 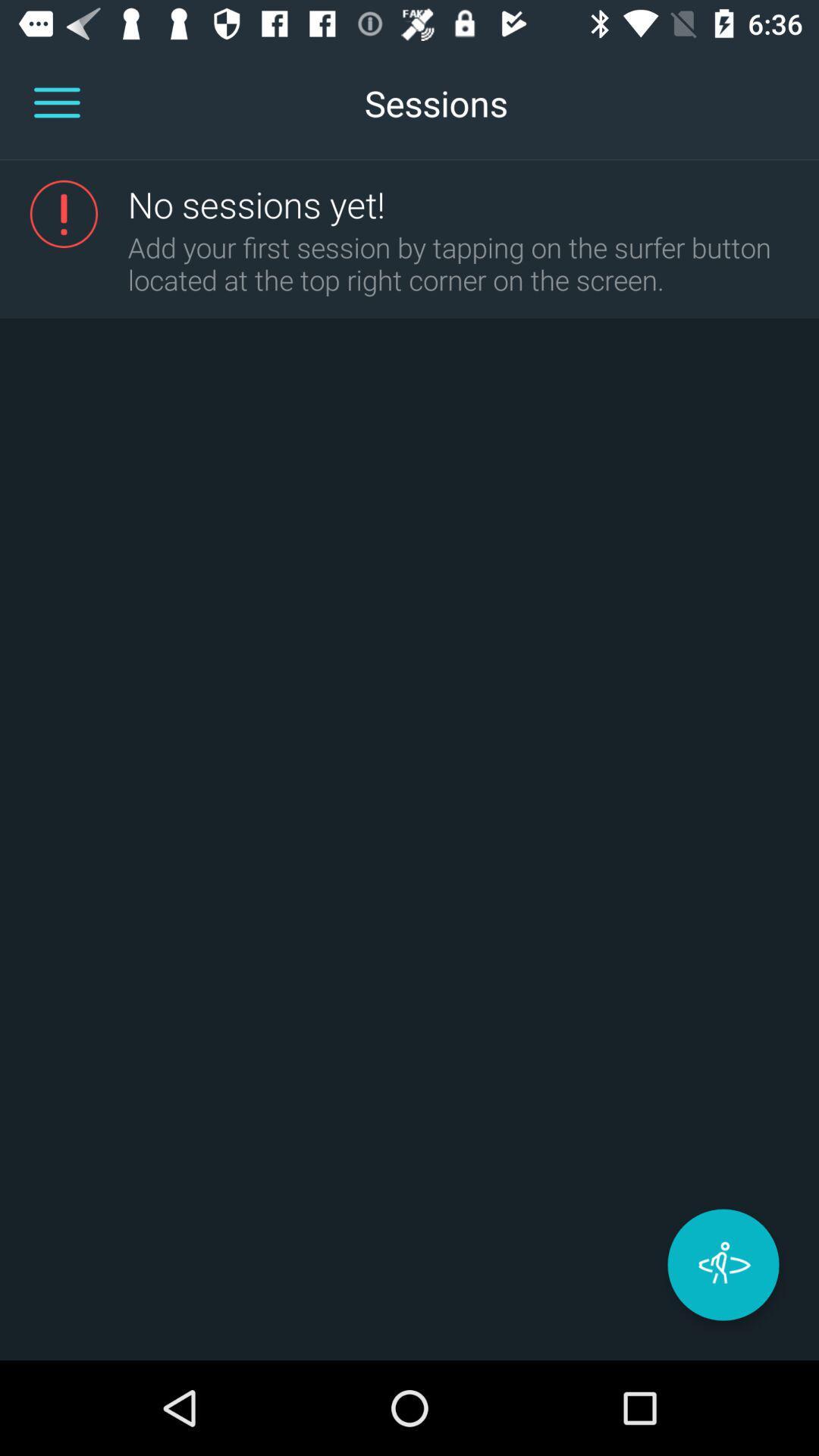 What do you see at coordinates (722, 1265) in the screenshot?
I see `item below the add your first icon` at bounding box center [722, 1265].